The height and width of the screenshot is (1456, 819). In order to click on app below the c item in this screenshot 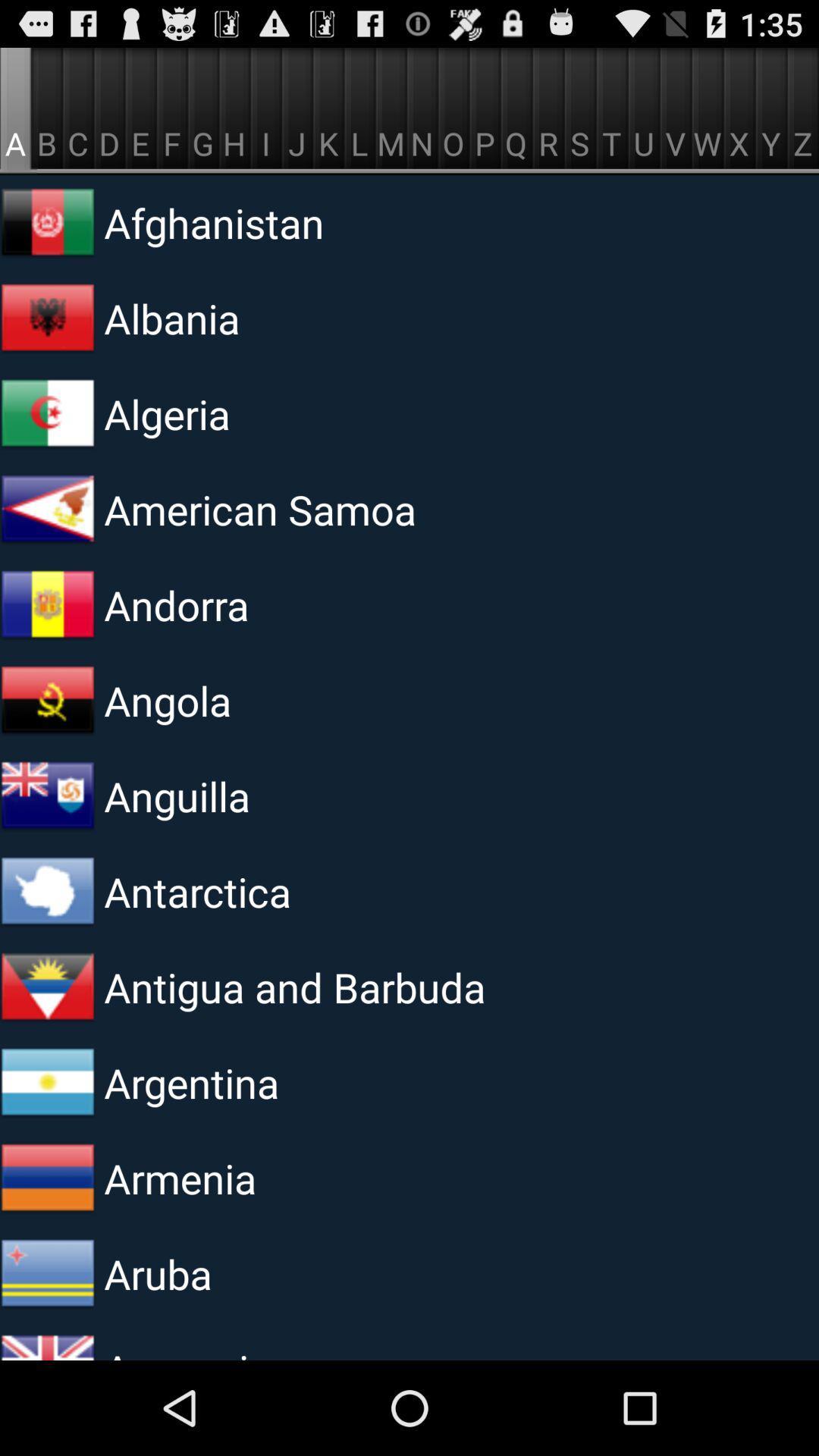, I will do `click(290, 221)`.